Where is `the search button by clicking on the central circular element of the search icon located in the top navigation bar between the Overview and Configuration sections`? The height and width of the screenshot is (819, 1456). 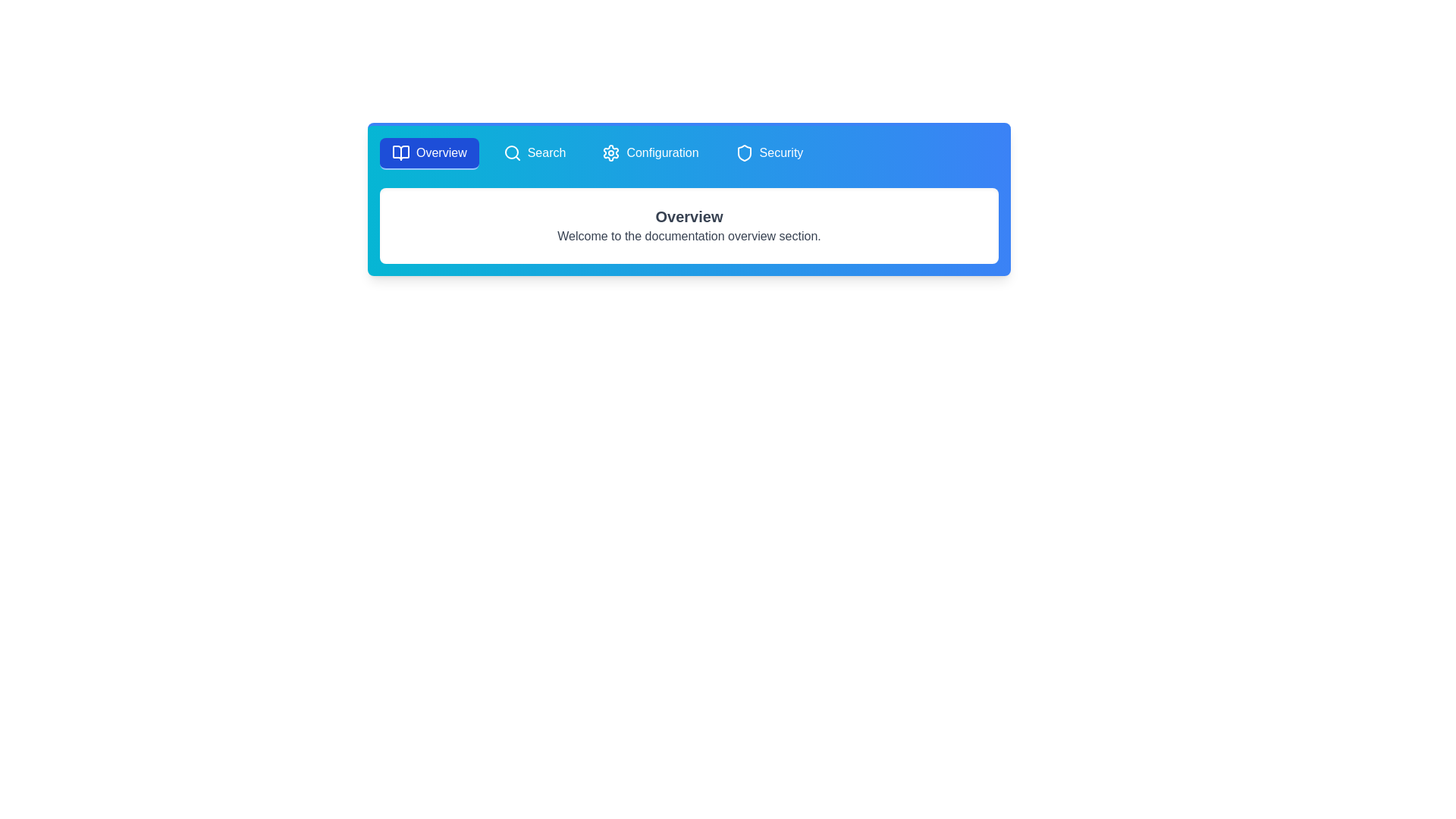
the search button by clicking on the central circular element of the search icon located in the top navigation bar between the Overview and Configuration sections is located at coordinates (511, 152).